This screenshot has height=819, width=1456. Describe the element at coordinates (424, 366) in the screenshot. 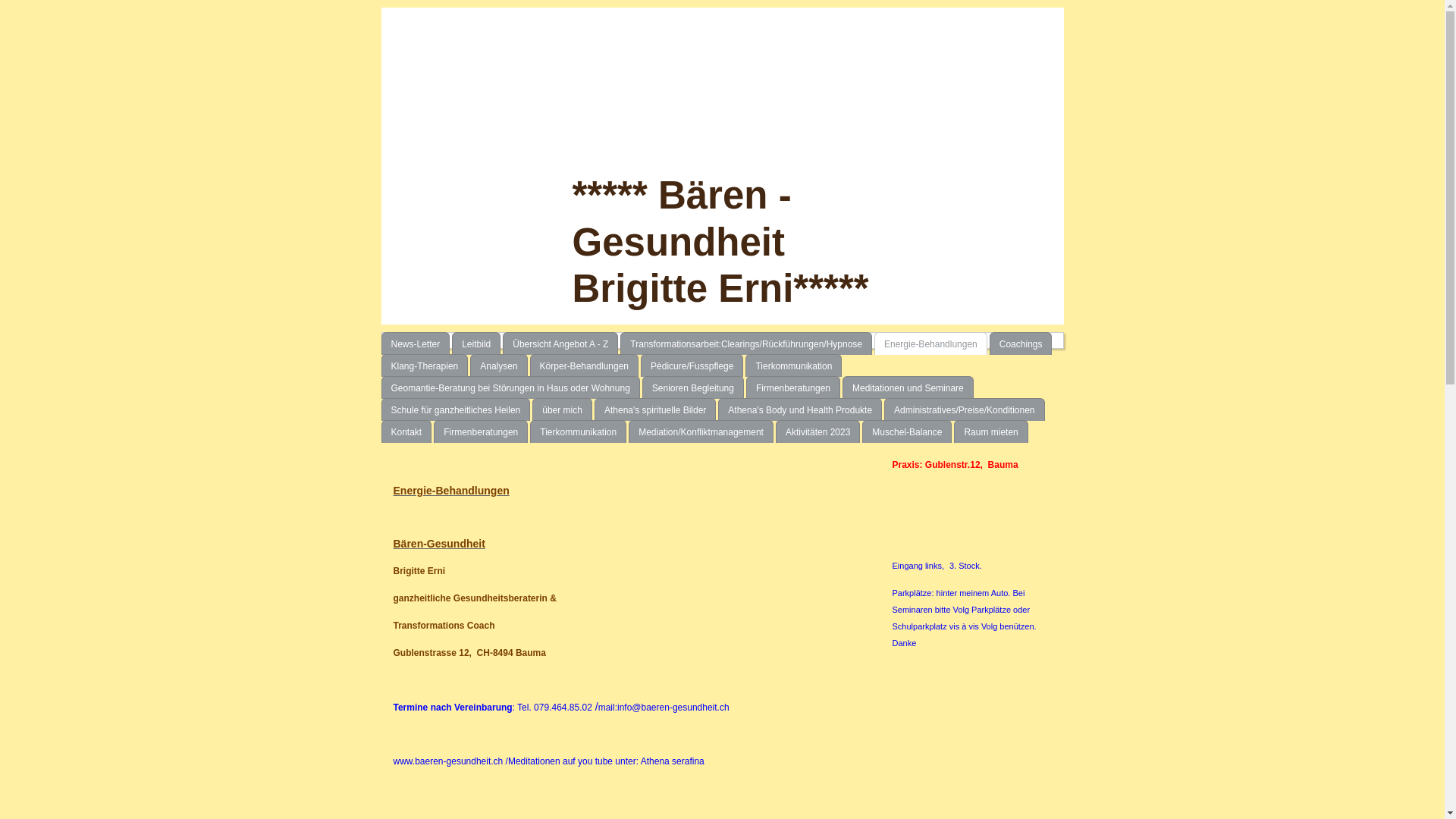

I see `'Klang-Therapien'` at that location.